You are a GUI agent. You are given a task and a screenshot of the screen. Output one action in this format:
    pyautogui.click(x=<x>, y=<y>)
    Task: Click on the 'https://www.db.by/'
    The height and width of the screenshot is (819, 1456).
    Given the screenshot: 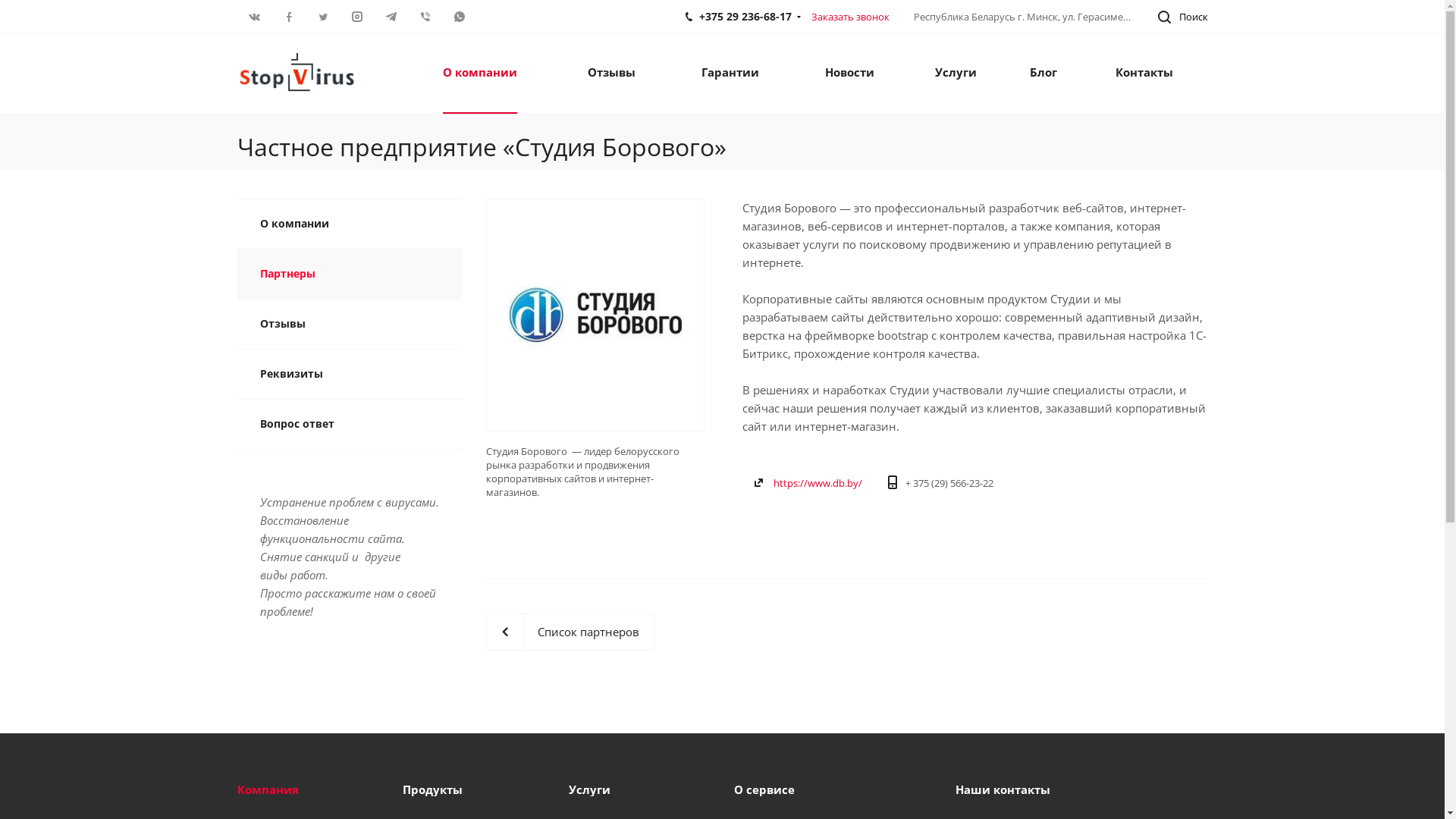 What is the action you would take?
    pyautogui.click(x=817, y=482)
    